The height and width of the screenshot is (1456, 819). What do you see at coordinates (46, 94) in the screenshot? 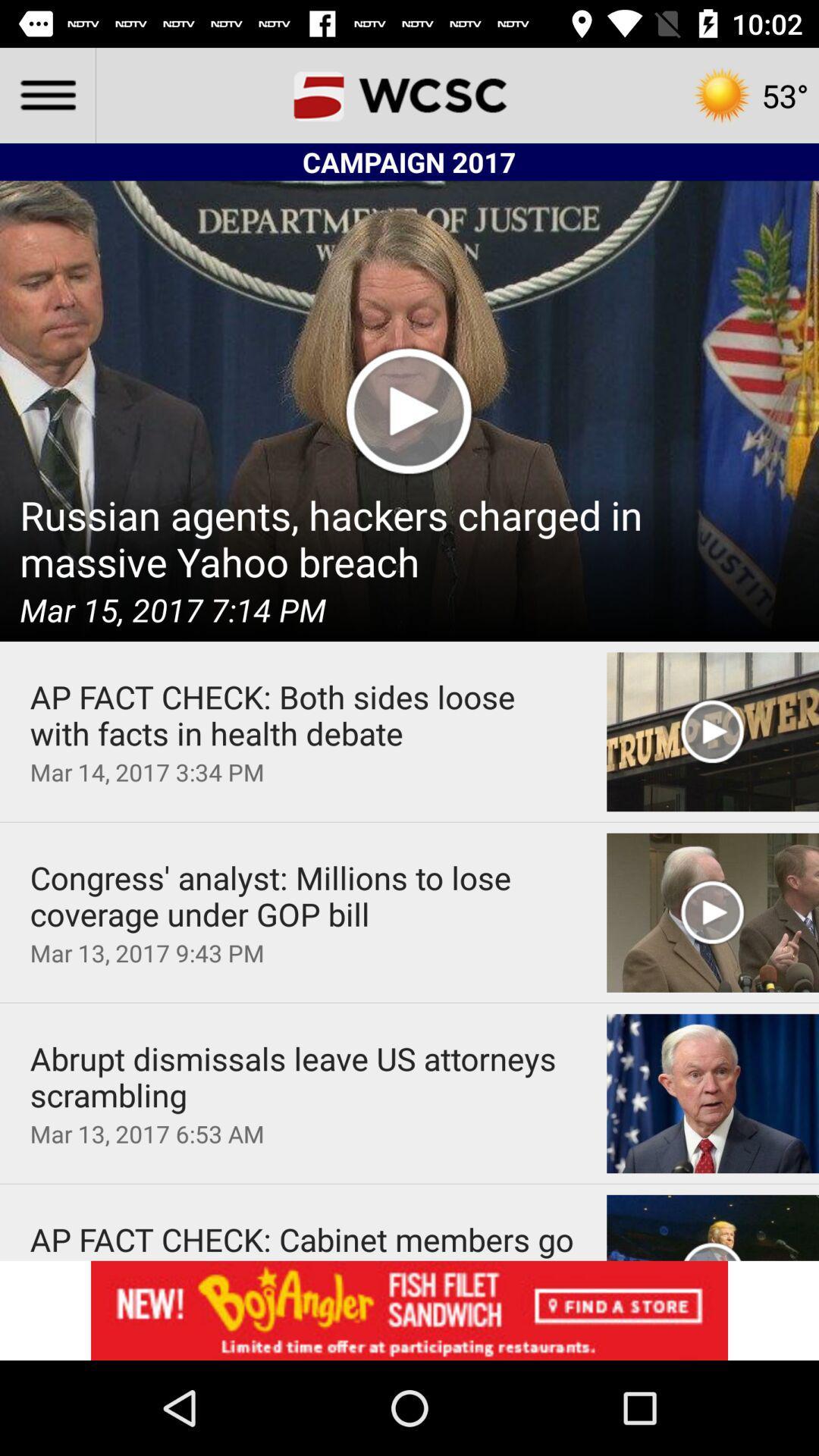
I see `the menu icon` at bounding box center [46, 94].